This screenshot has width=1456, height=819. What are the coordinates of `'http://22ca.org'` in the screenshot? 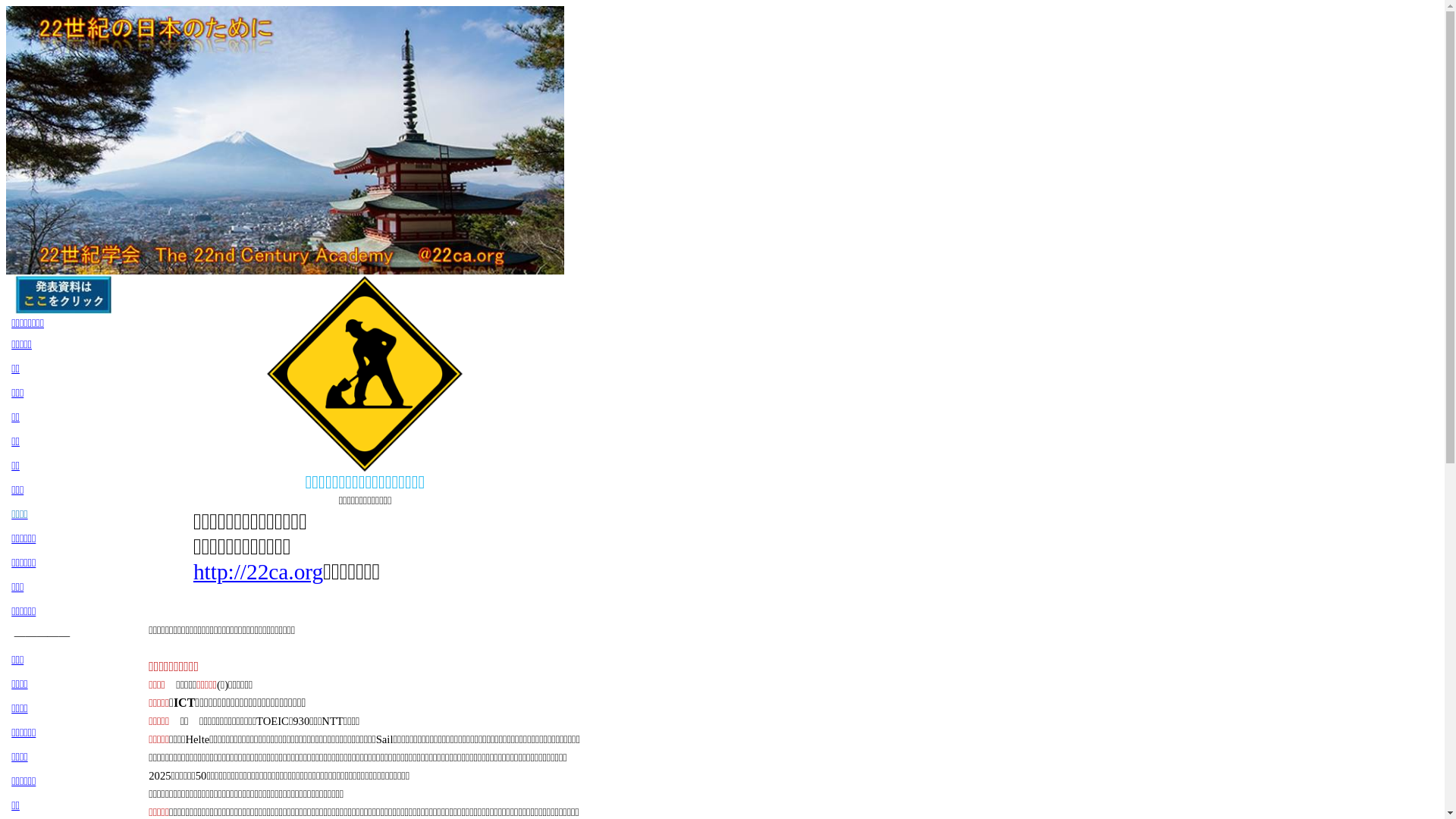 It's located at (192, 571).